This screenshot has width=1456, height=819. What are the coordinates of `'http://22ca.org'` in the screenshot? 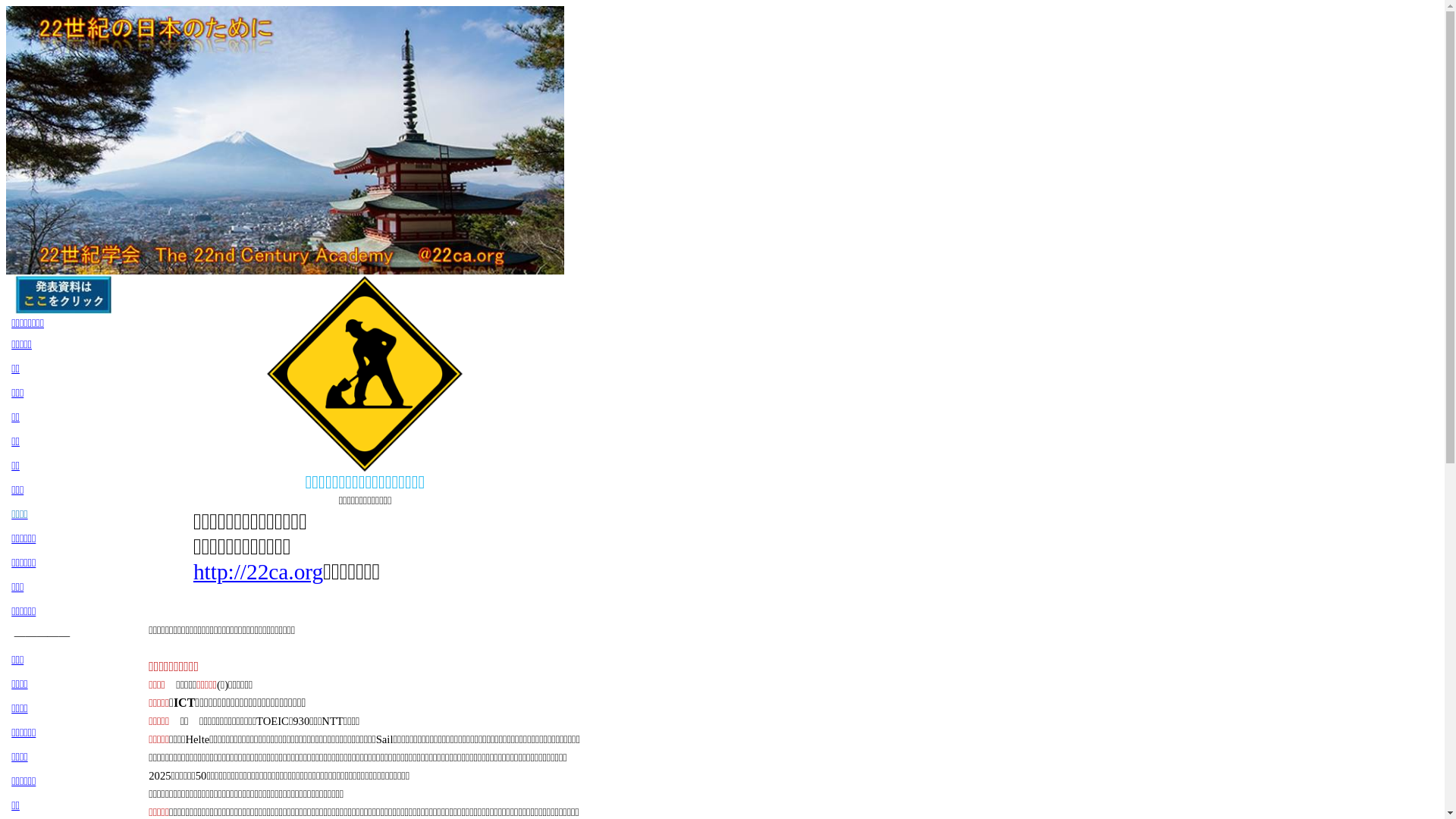 It's located at (192, 571).